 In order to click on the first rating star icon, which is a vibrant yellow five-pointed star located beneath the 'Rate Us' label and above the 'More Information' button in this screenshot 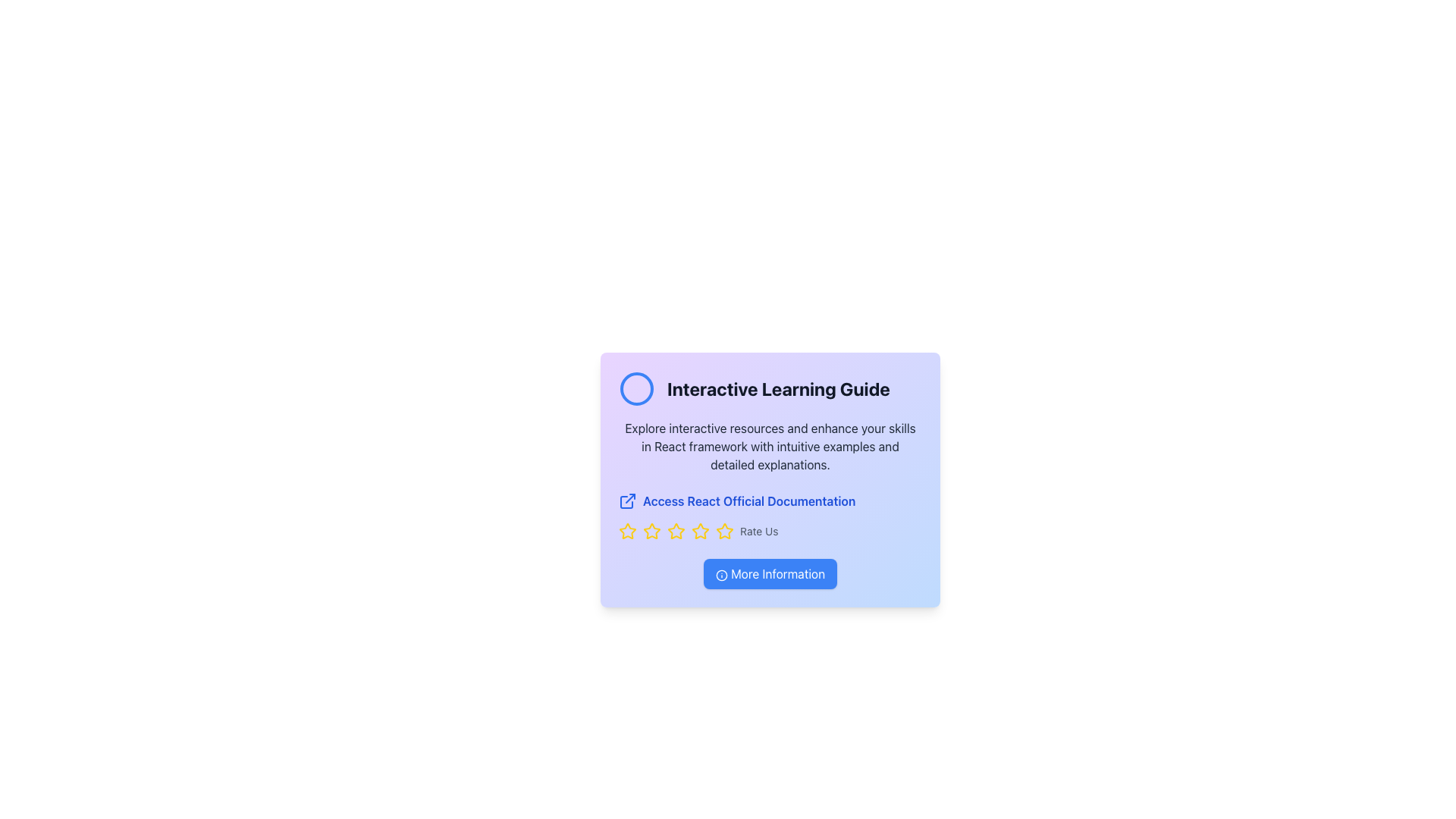, I will do `click(628, 530)`.